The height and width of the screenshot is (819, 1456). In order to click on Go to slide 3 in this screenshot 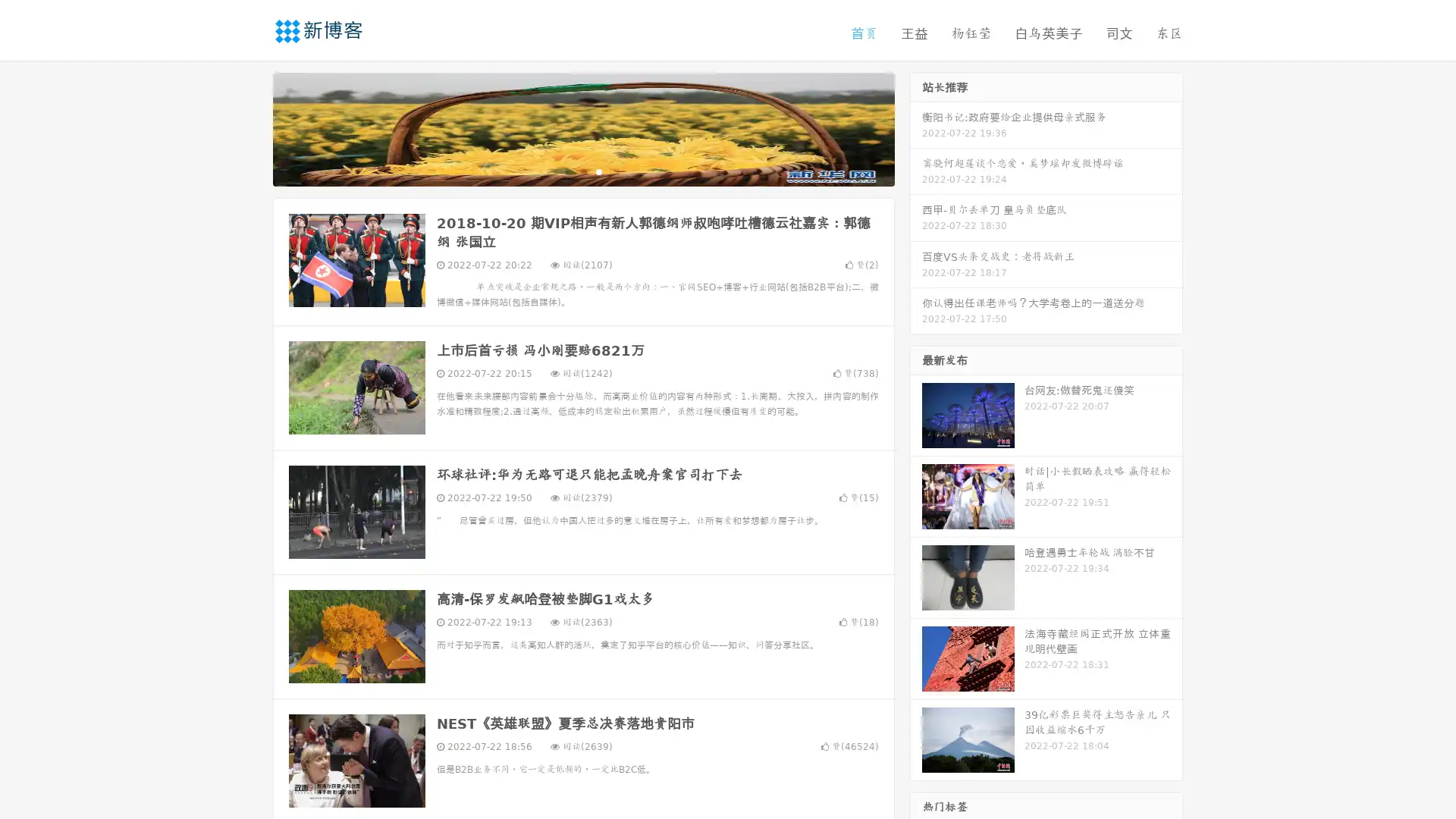, I will do `click(598, 171)`.